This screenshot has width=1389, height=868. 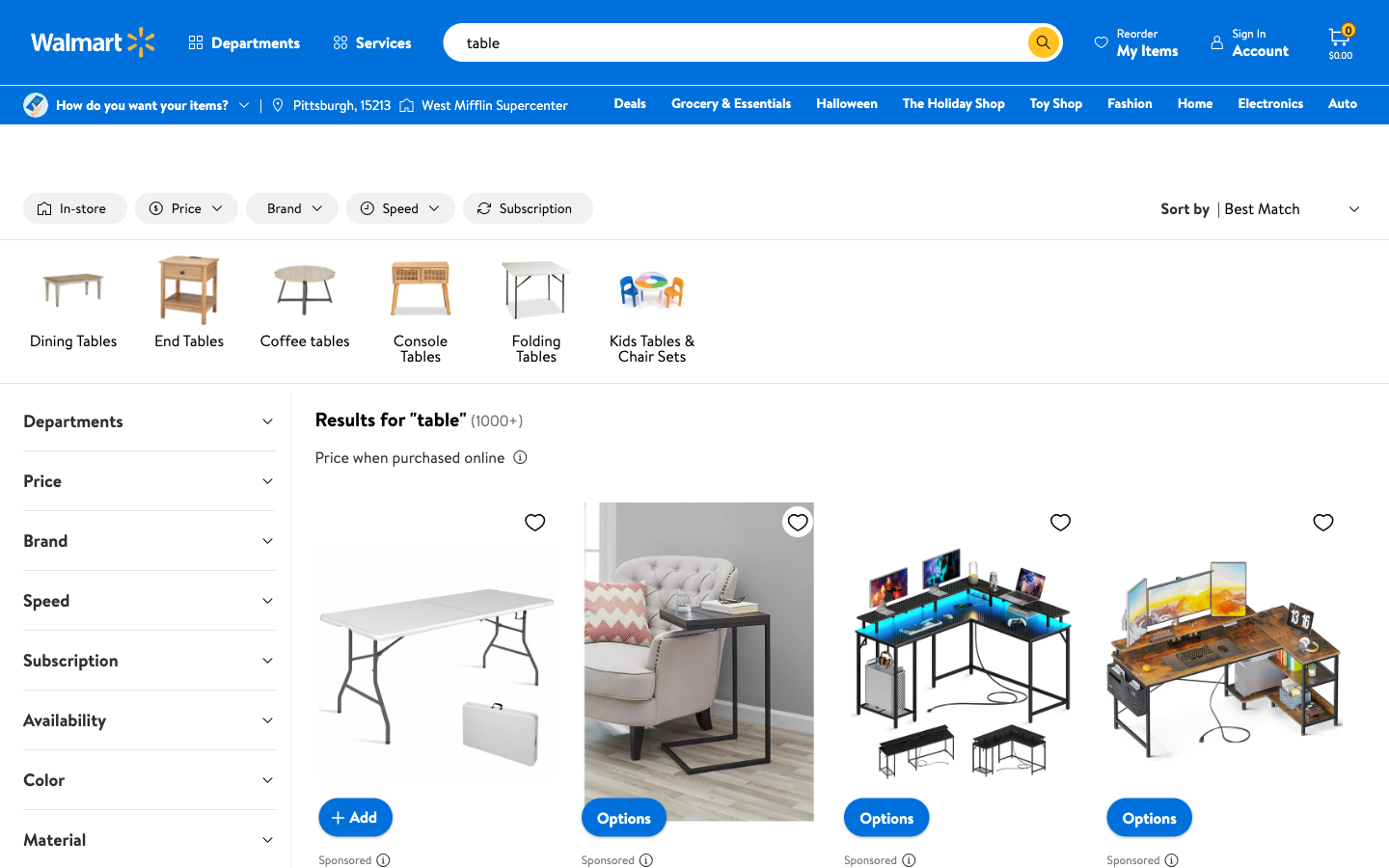 I want to click on the second choice in the "sort by" option list, so click(x=1292, y=208).